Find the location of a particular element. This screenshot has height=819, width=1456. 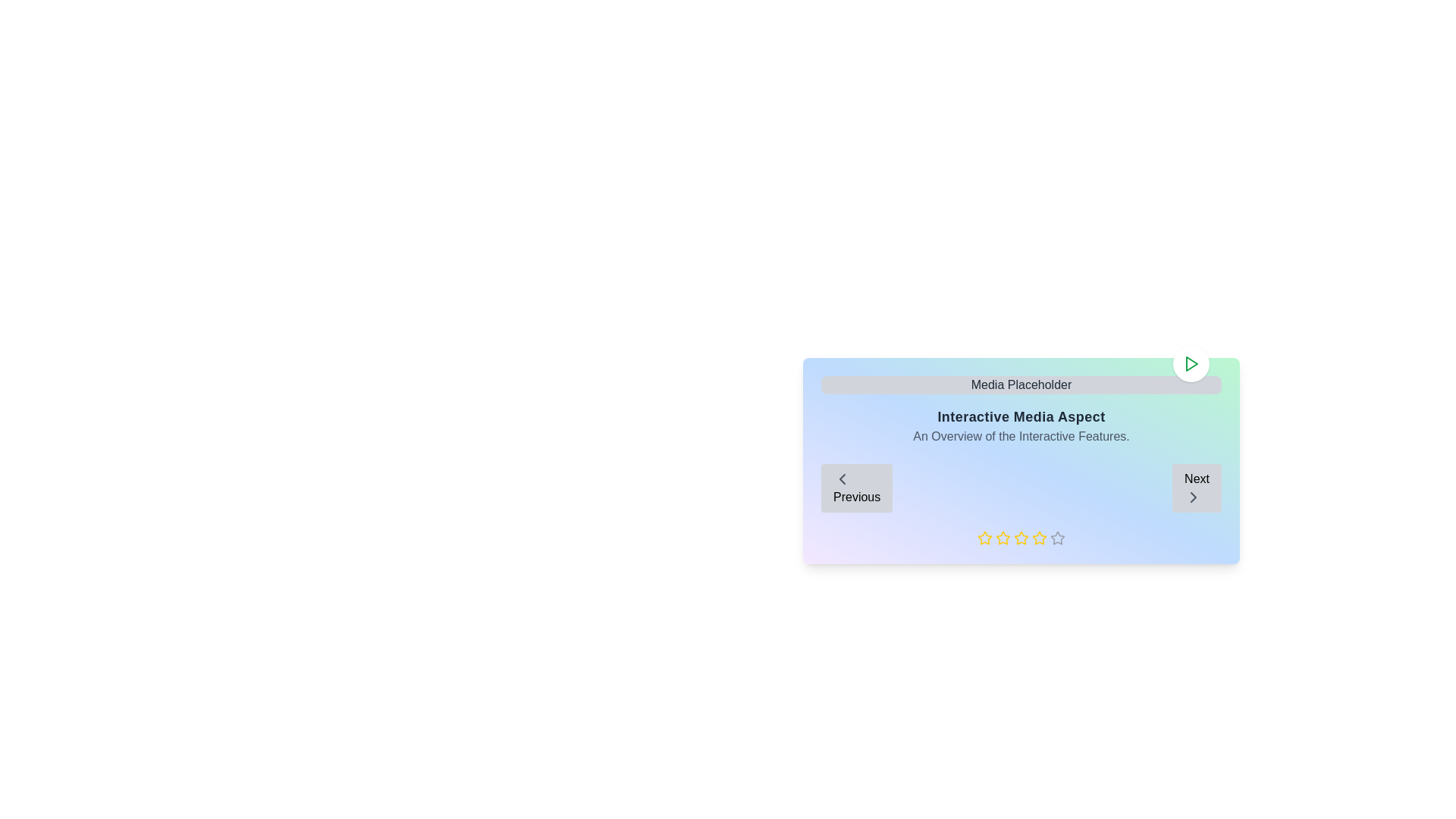

the fourth star in the rating system is located at coordinates (1039, 537).